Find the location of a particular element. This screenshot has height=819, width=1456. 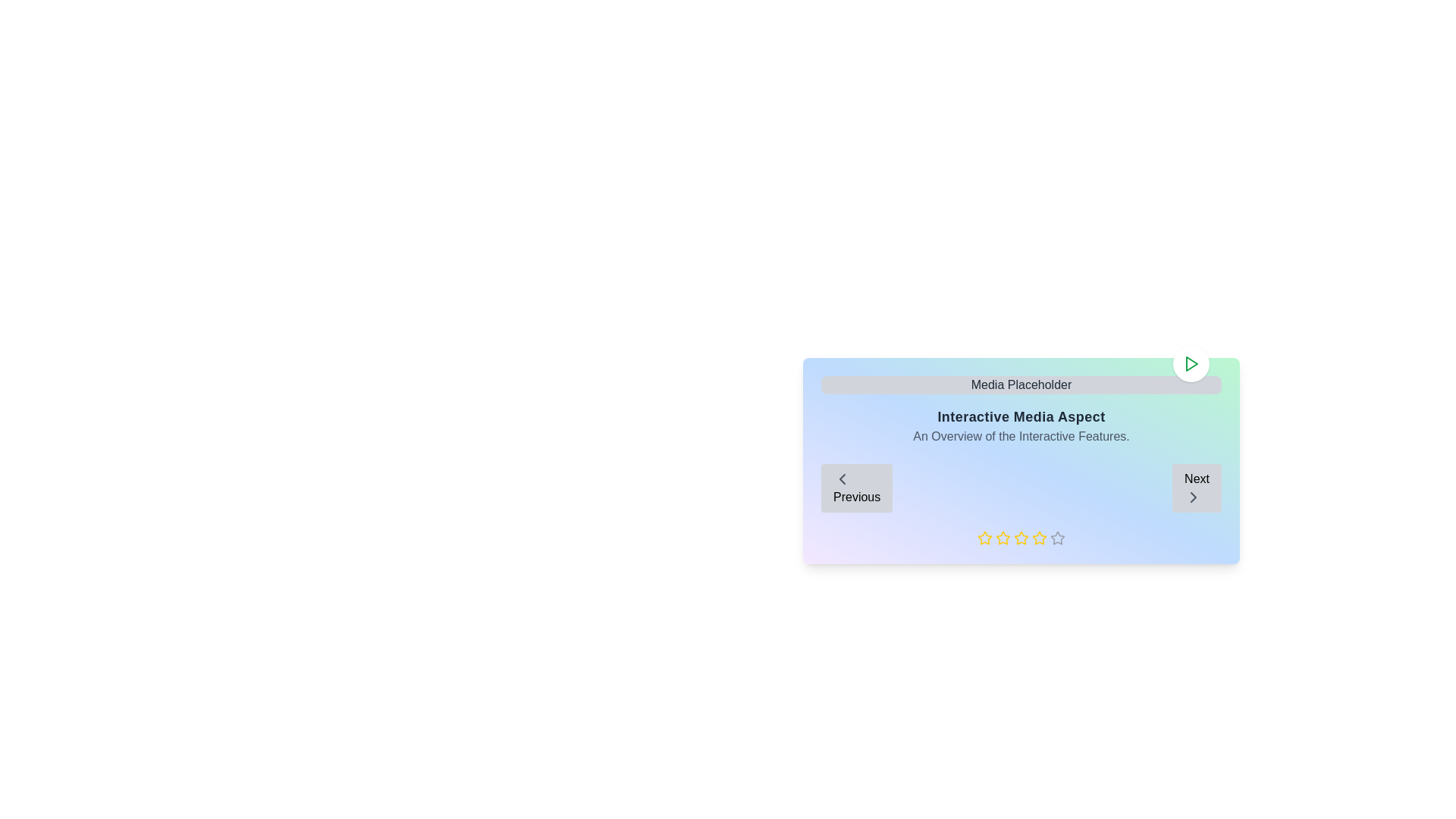

the fourth star in the rating system is located at coordinates (1039, 537).